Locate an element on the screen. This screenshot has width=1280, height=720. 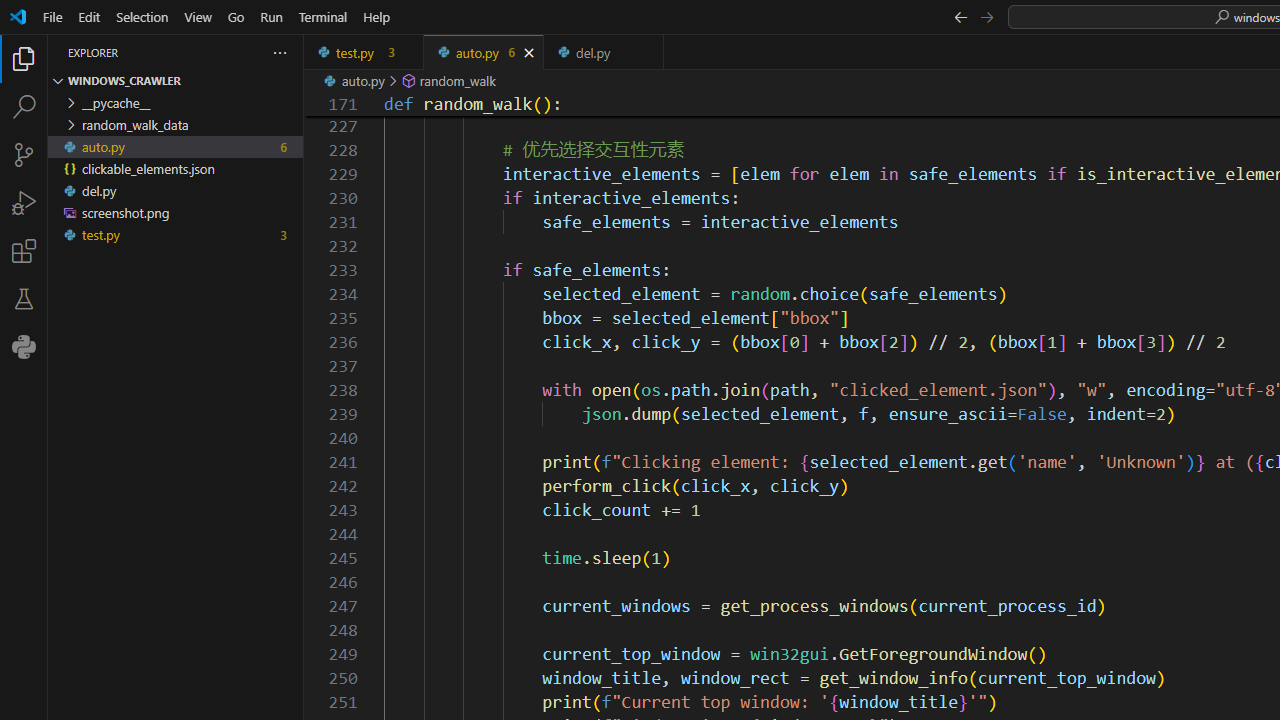
'Go Forward (Alt+RightArrow)' is located at coordinates (986, 16).